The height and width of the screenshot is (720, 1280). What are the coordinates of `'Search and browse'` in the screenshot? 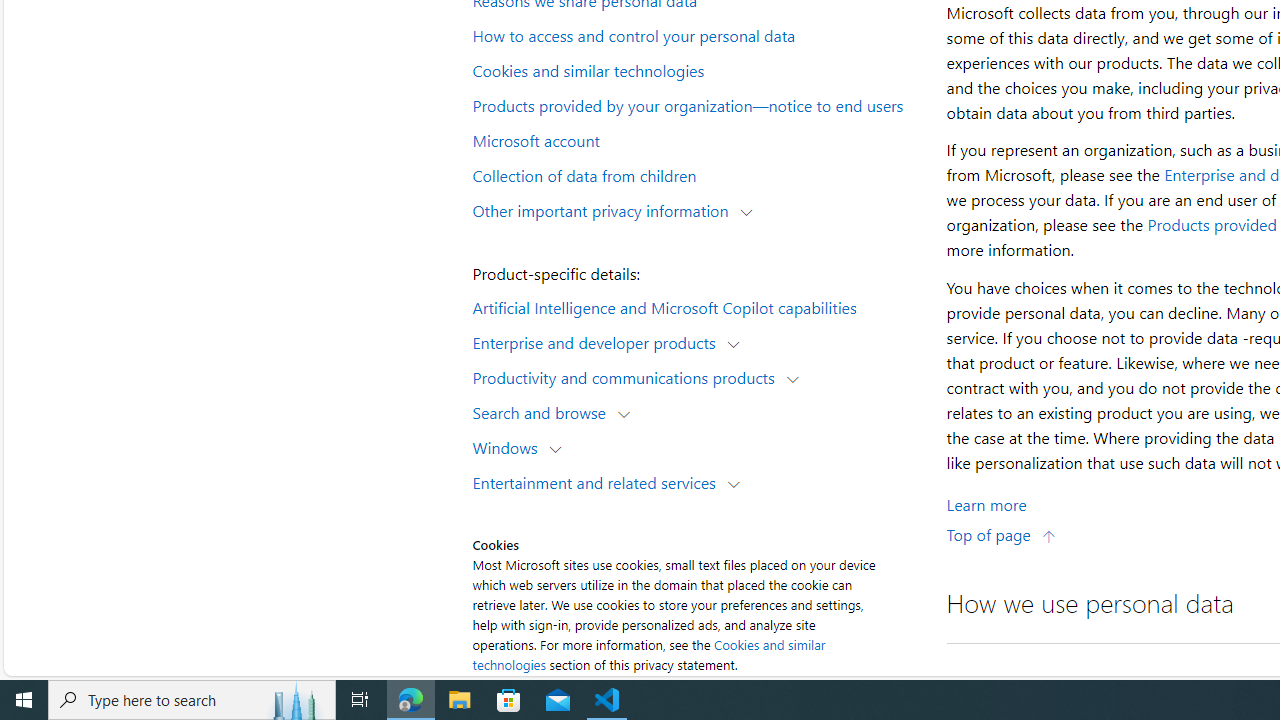 It's located at (544, 411).